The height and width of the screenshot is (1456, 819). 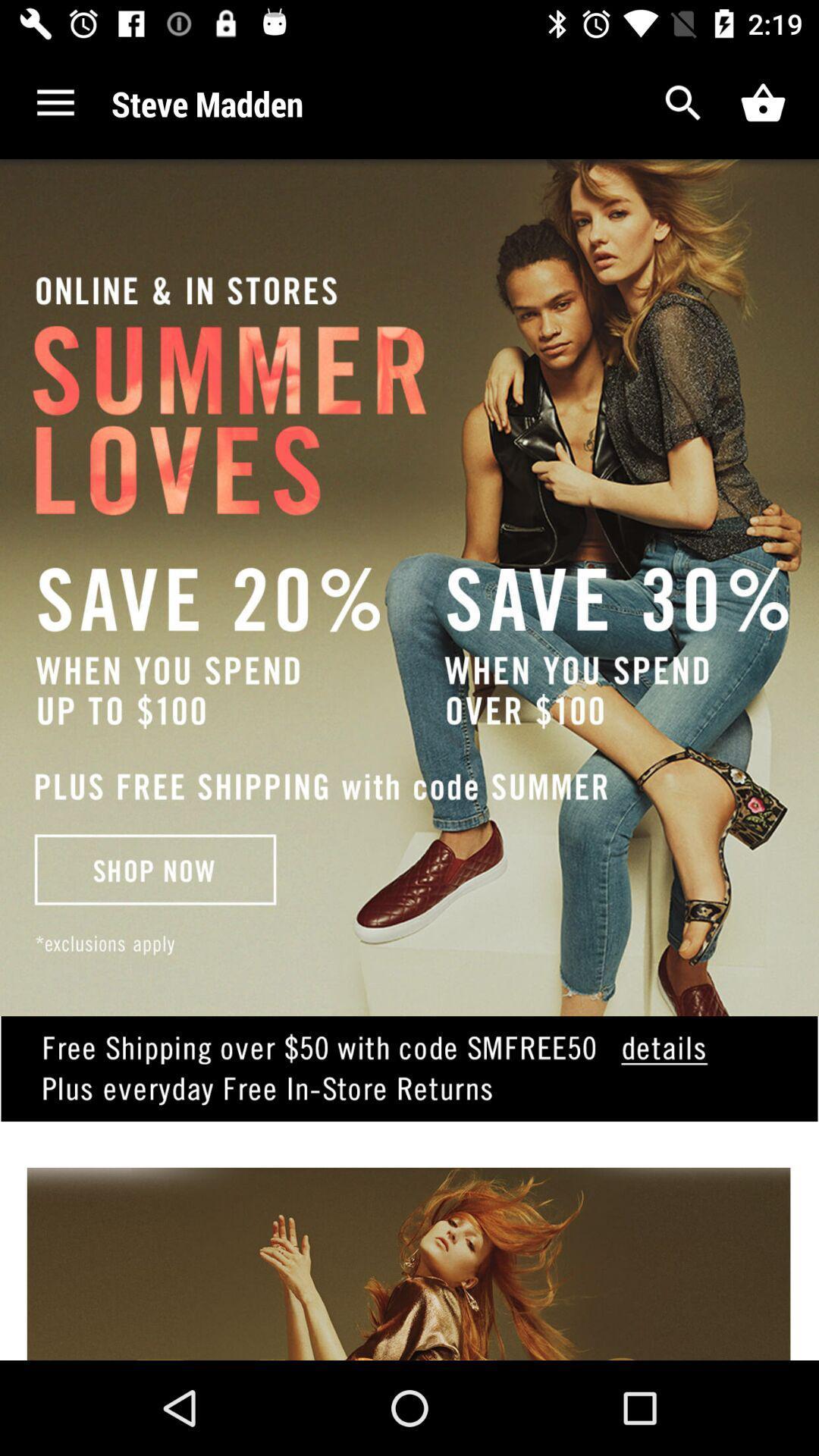 I want to click on search, so click(x=683, y=102).